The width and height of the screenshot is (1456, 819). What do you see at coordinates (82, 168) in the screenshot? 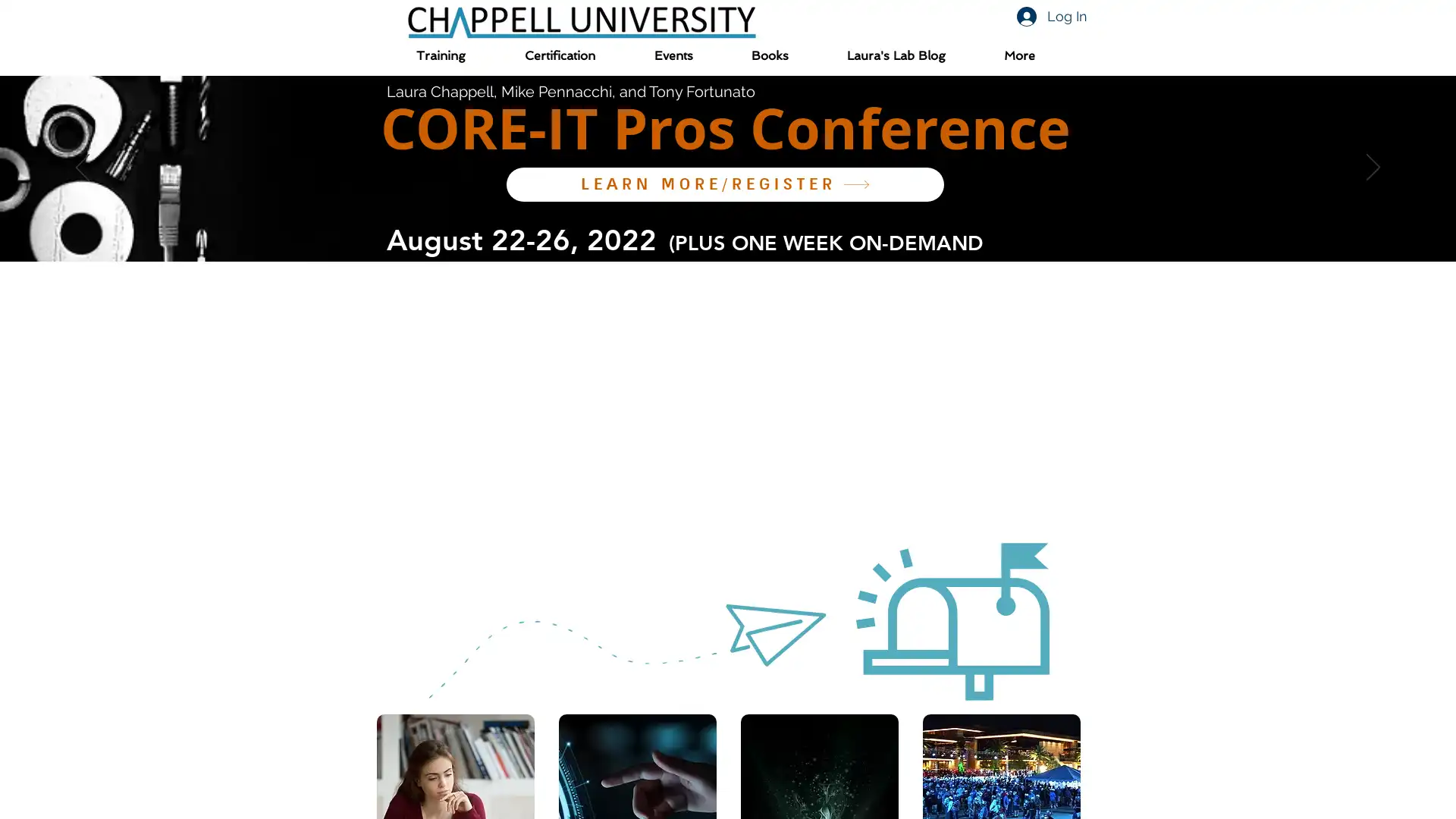
I see `Previous` at bounding box center [82, 168].